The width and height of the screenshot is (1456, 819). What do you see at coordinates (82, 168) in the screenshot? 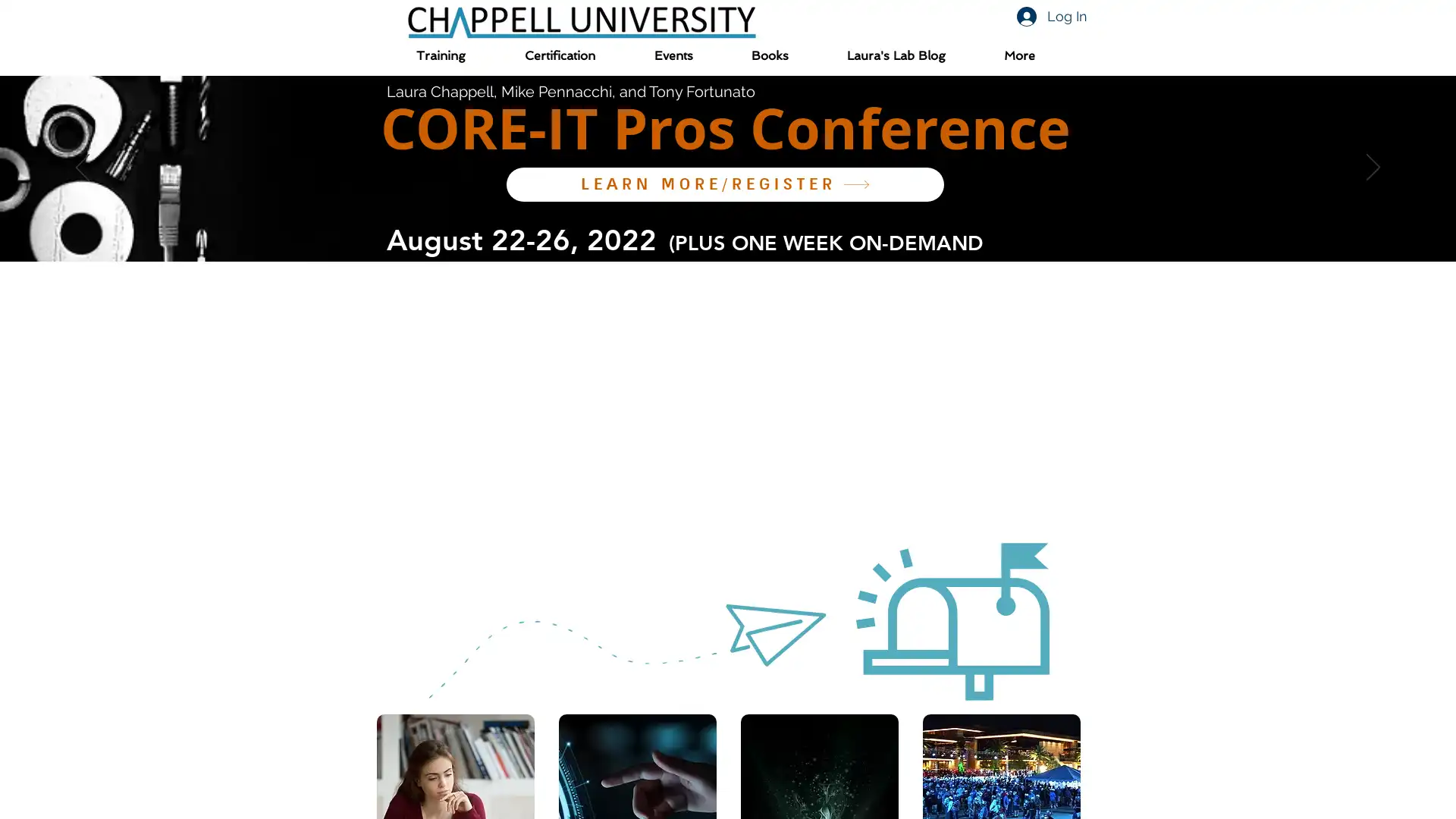
I see `Previous` at bounding box center [82, 168].